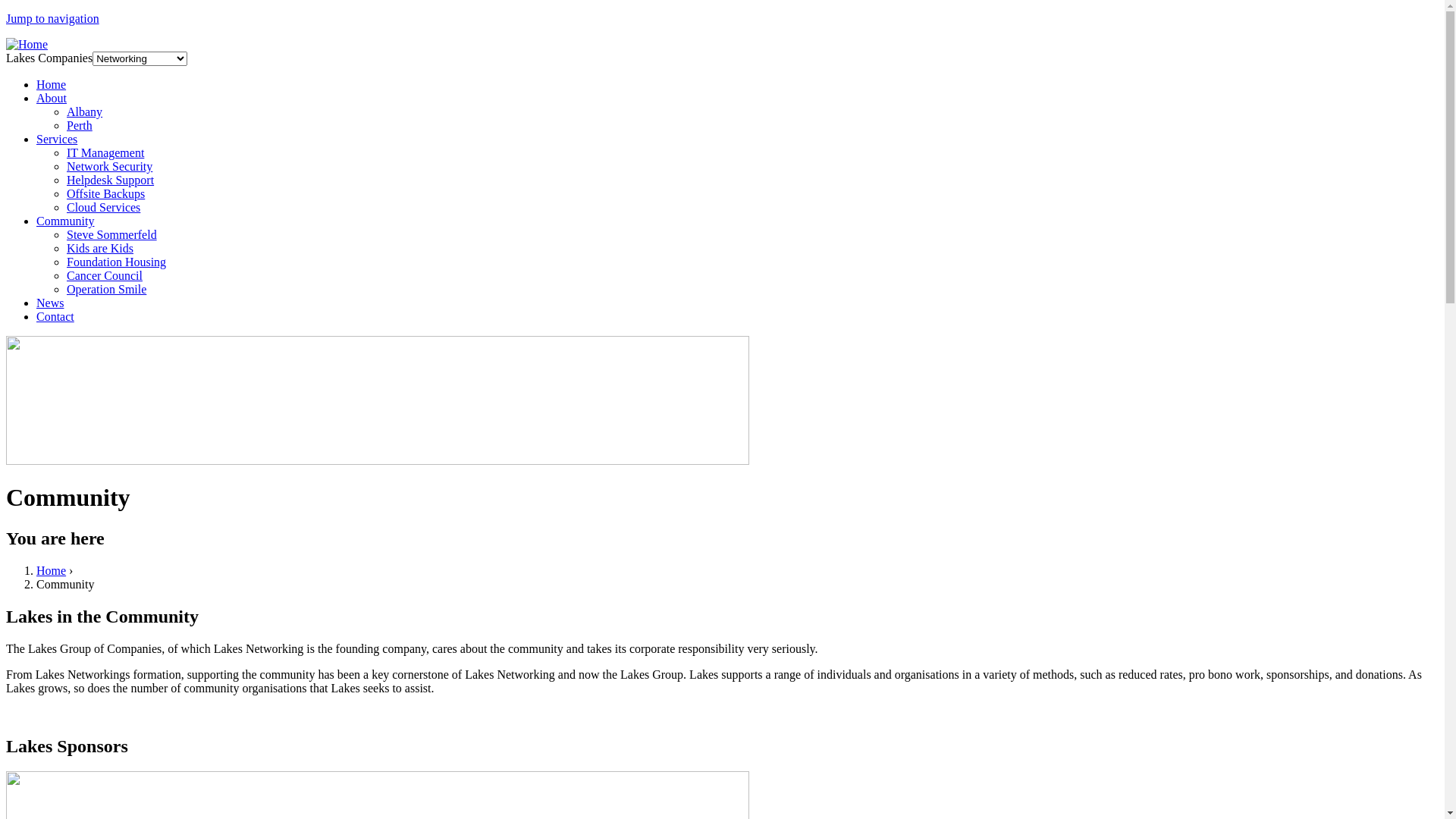 Image resolution: width=1456 pixels, height=819 pixels. Describe the element at coordinates (111, 234) in the screenshot. I see `'Steve Sommerfeld'` at that location.